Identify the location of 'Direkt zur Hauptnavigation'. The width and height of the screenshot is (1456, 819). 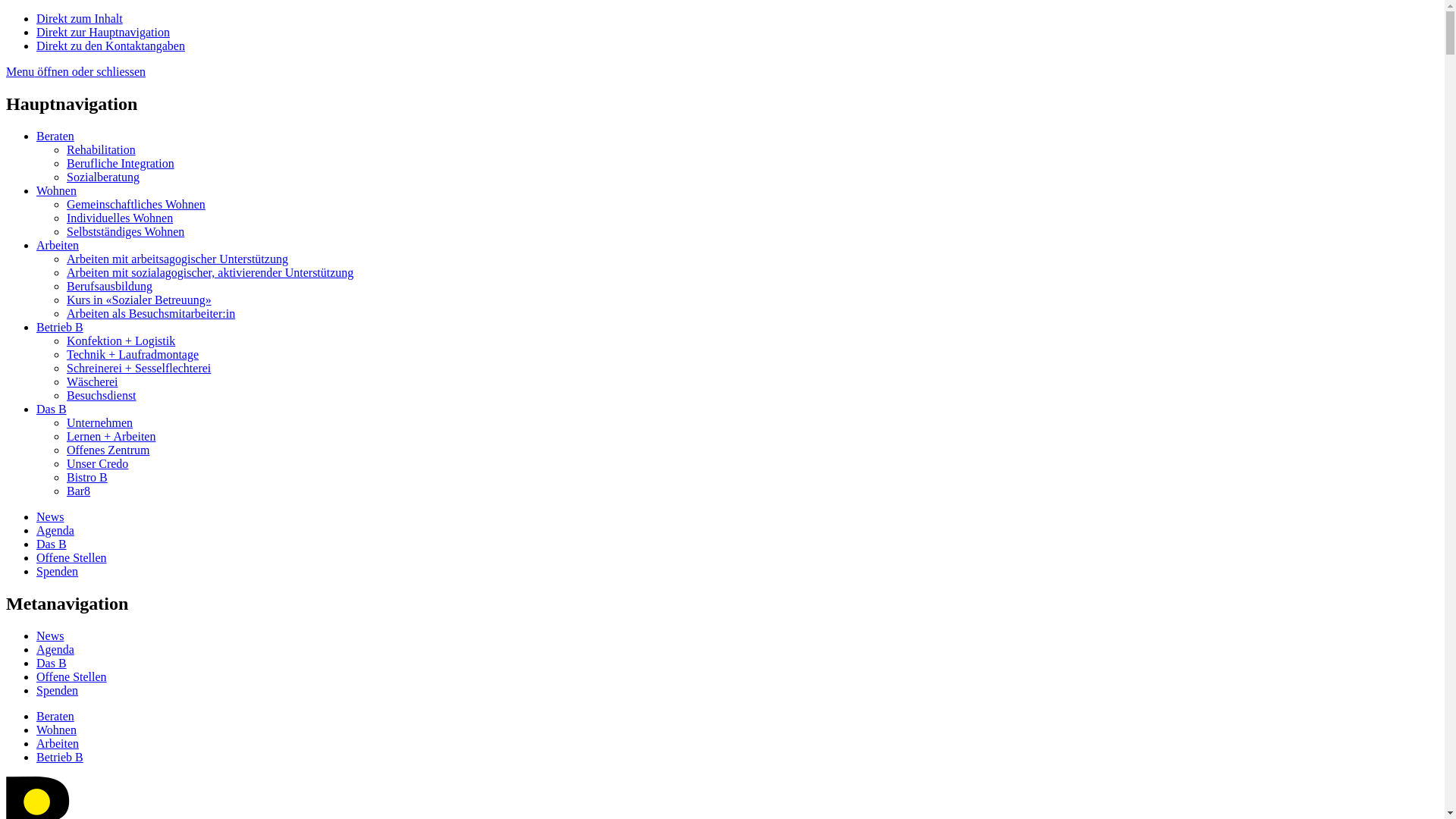
(102, 32).